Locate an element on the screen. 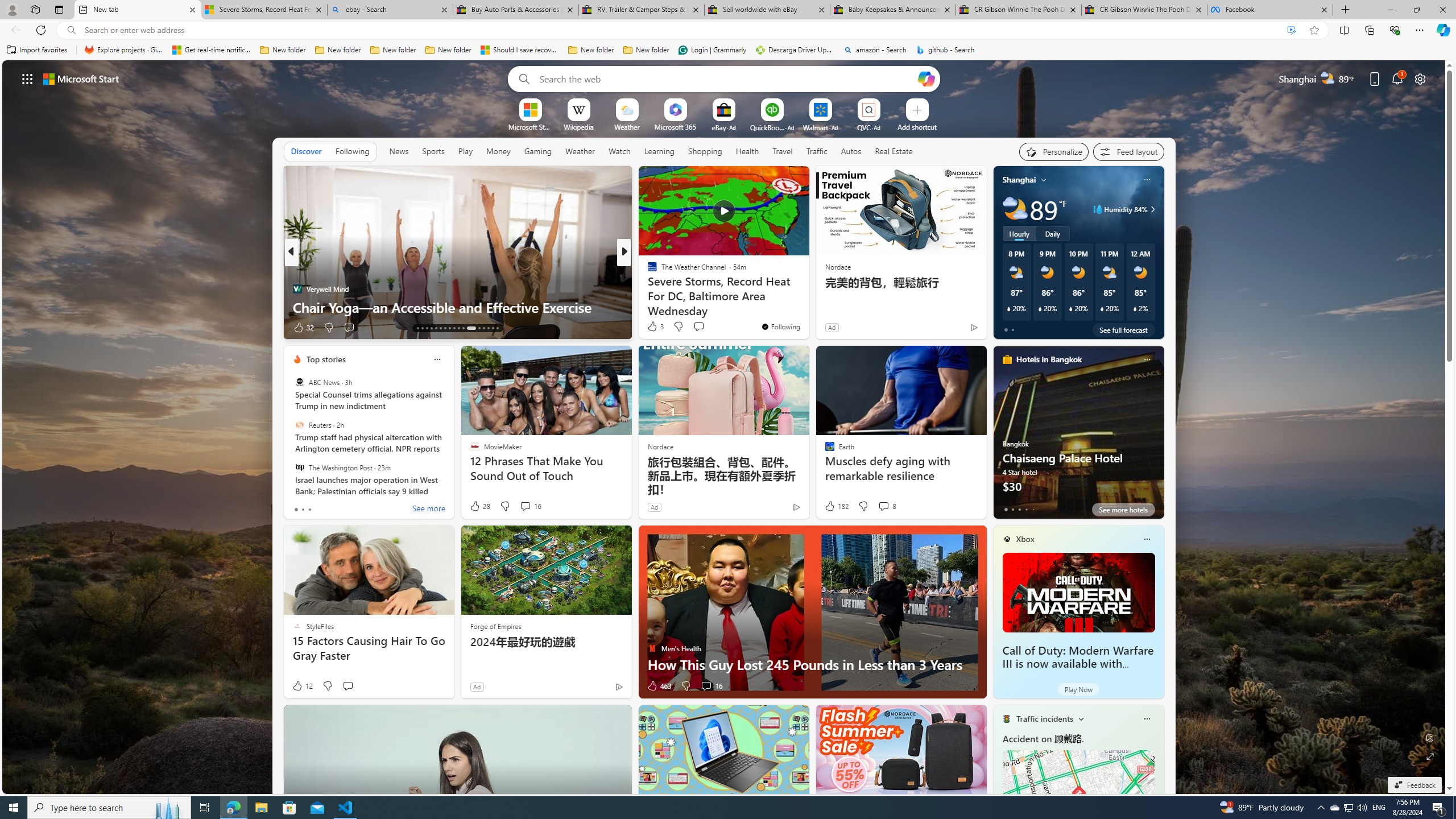 The image size is (1456, 819). 'View comments 8 Comment' is located at coordinates (883, 505).